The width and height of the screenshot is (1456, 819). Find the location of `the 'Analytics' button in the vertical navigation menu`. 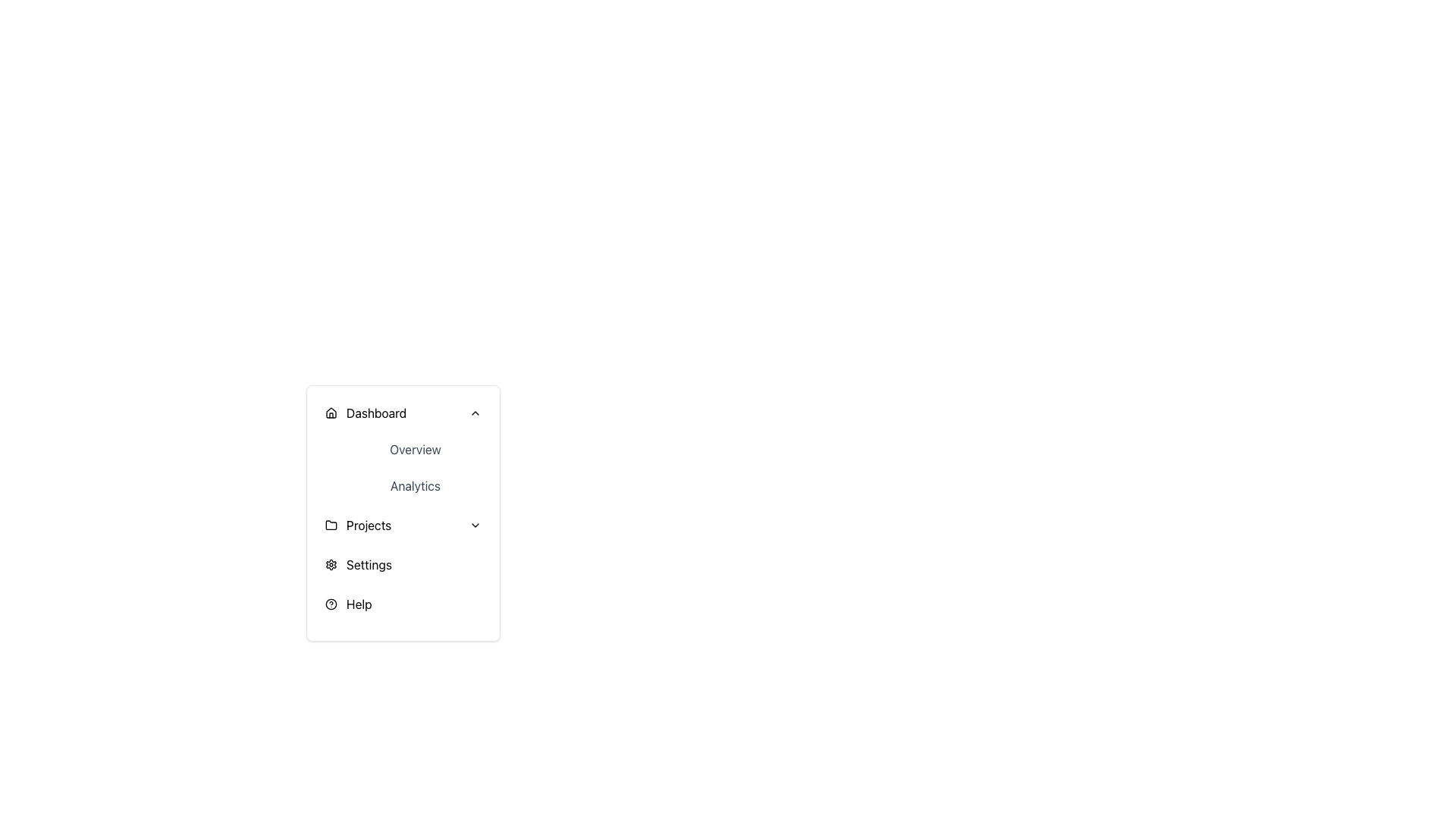

the 'Analytics' button in the vertical navigation menu is located at coordinates (415, 485).